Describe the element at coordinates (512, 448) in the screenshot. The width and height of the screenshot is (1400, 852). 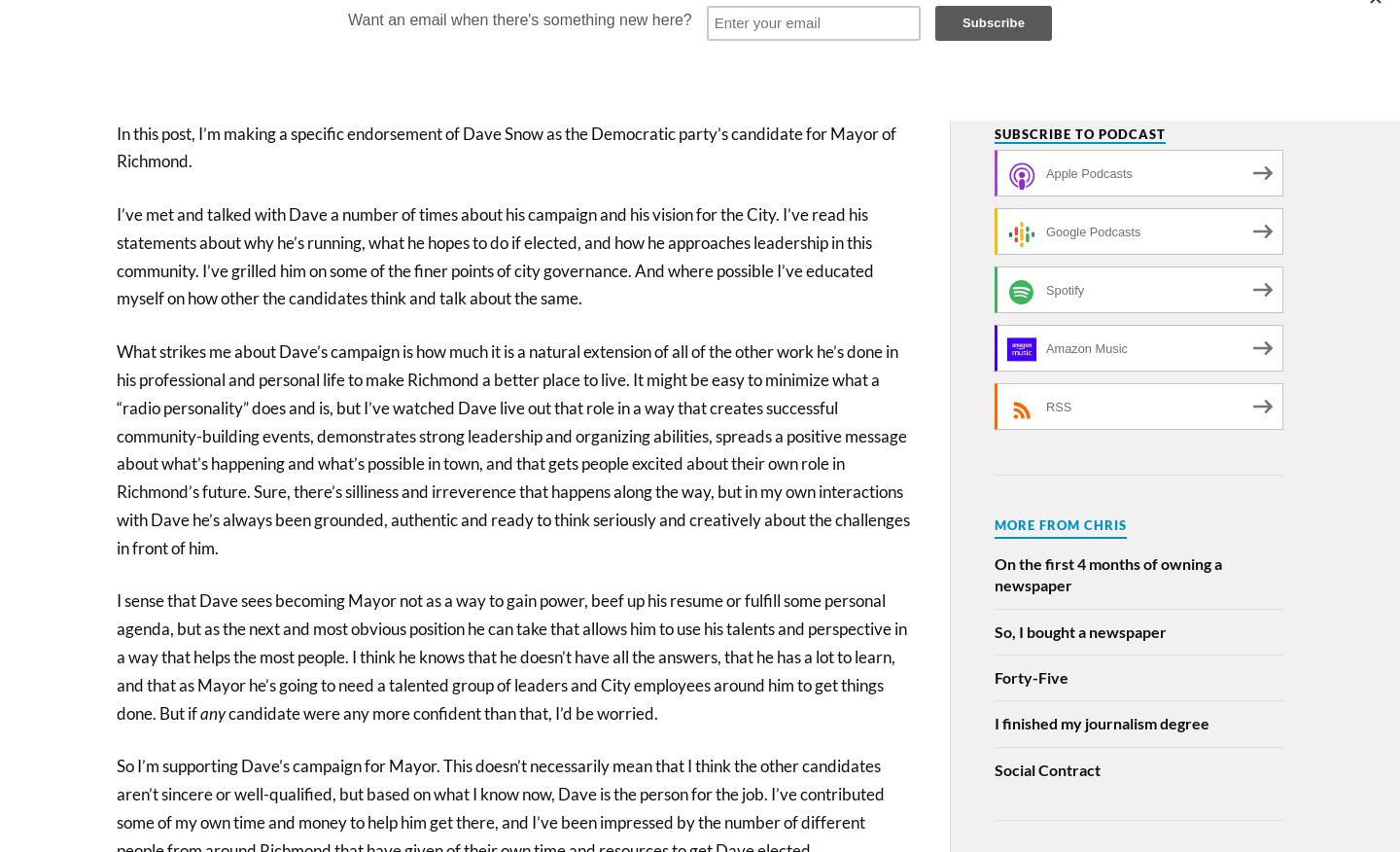
I see `'What strikes me about Dave’s campaign is how much it is a natural extension of all of the other work he’s done in his professional and personal life to make Richmond a better place to live. It might be easy to minimize what a “radio personality” does and is, but I’ve watched Dave live out that role in a way that creates successful community-building events, demonstrates strong leadership and organizing abilities, spreads a positive message about what’s happening and what’s possible in town, and that gets people excited about their own role in Richmond’s future. Sure, there’s silliness and irreverence that happens along the way, but in my own interactions with Dave he’s always been grounded, authentic and ready to think seriously and creatively about the challenges in front of him.'` at that location.